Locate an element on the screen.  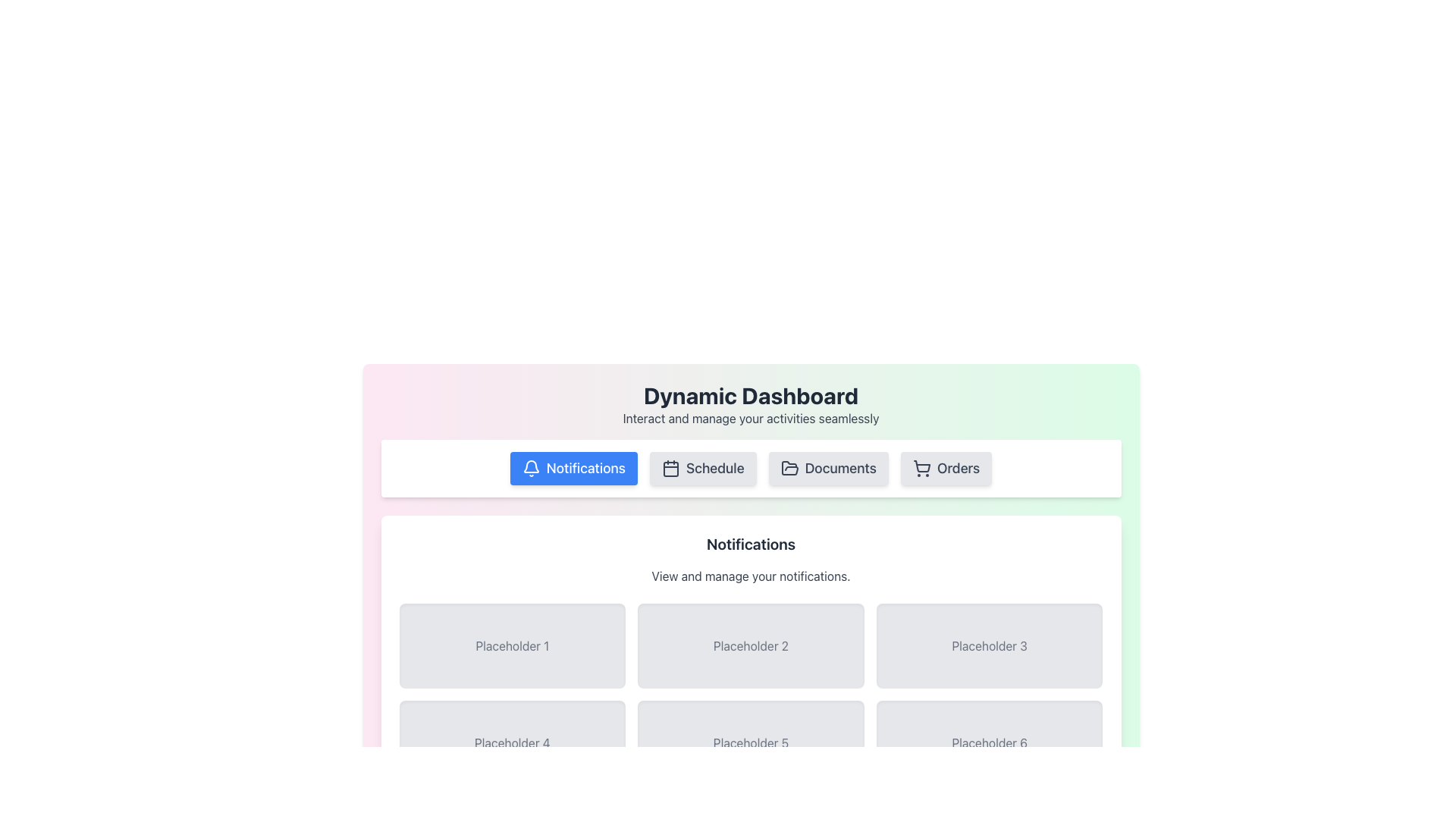
the grid layout composed of six boxes arranged in two rows and three columns, located below the subtitle 'View and manage your notifications' in the 'Notifications' section is located at coordinates (751, 694).